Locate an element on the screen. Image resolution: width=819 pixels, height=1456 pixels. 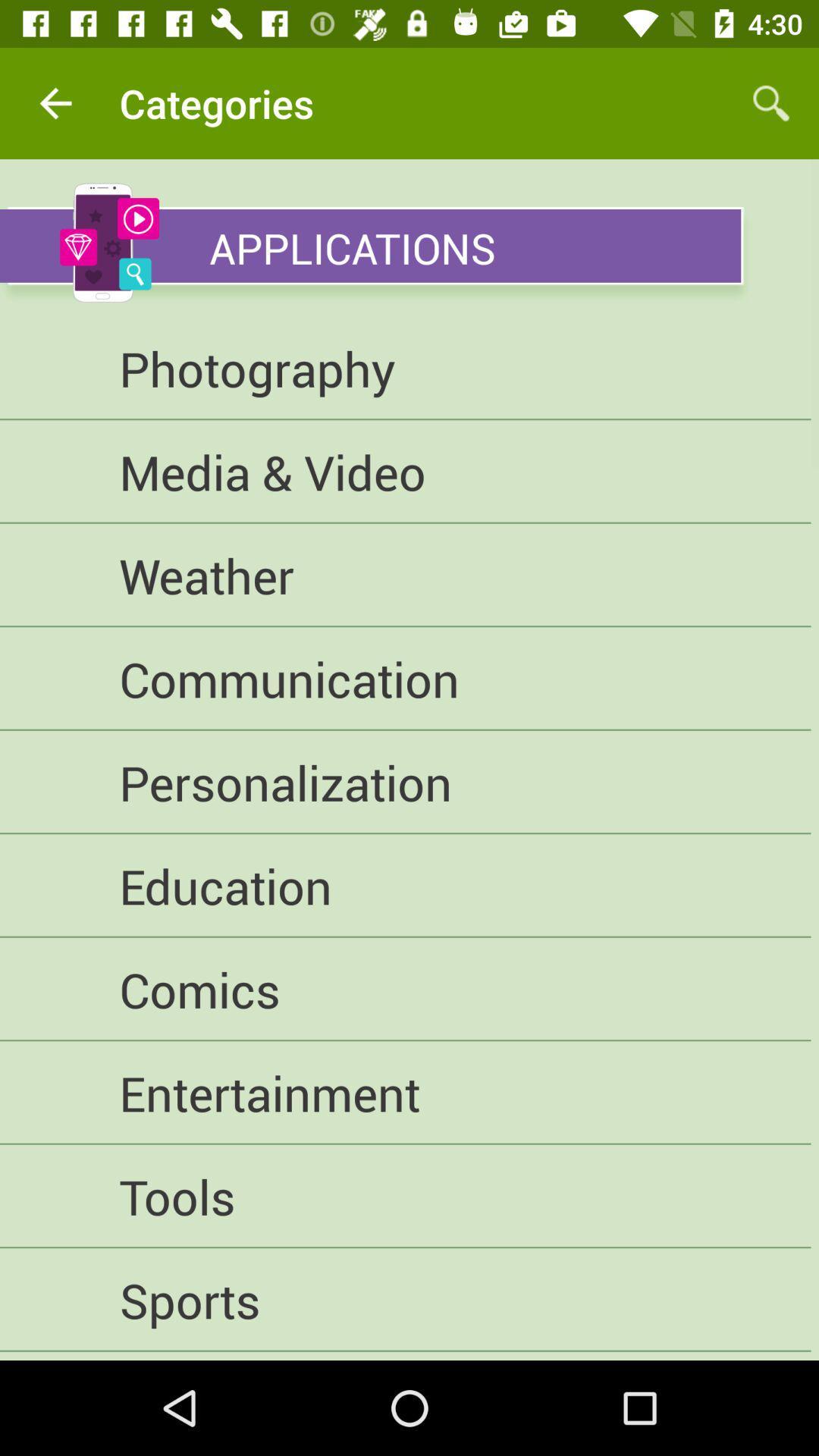
the item to the left of categories icon is located at coordinates (55, 102).